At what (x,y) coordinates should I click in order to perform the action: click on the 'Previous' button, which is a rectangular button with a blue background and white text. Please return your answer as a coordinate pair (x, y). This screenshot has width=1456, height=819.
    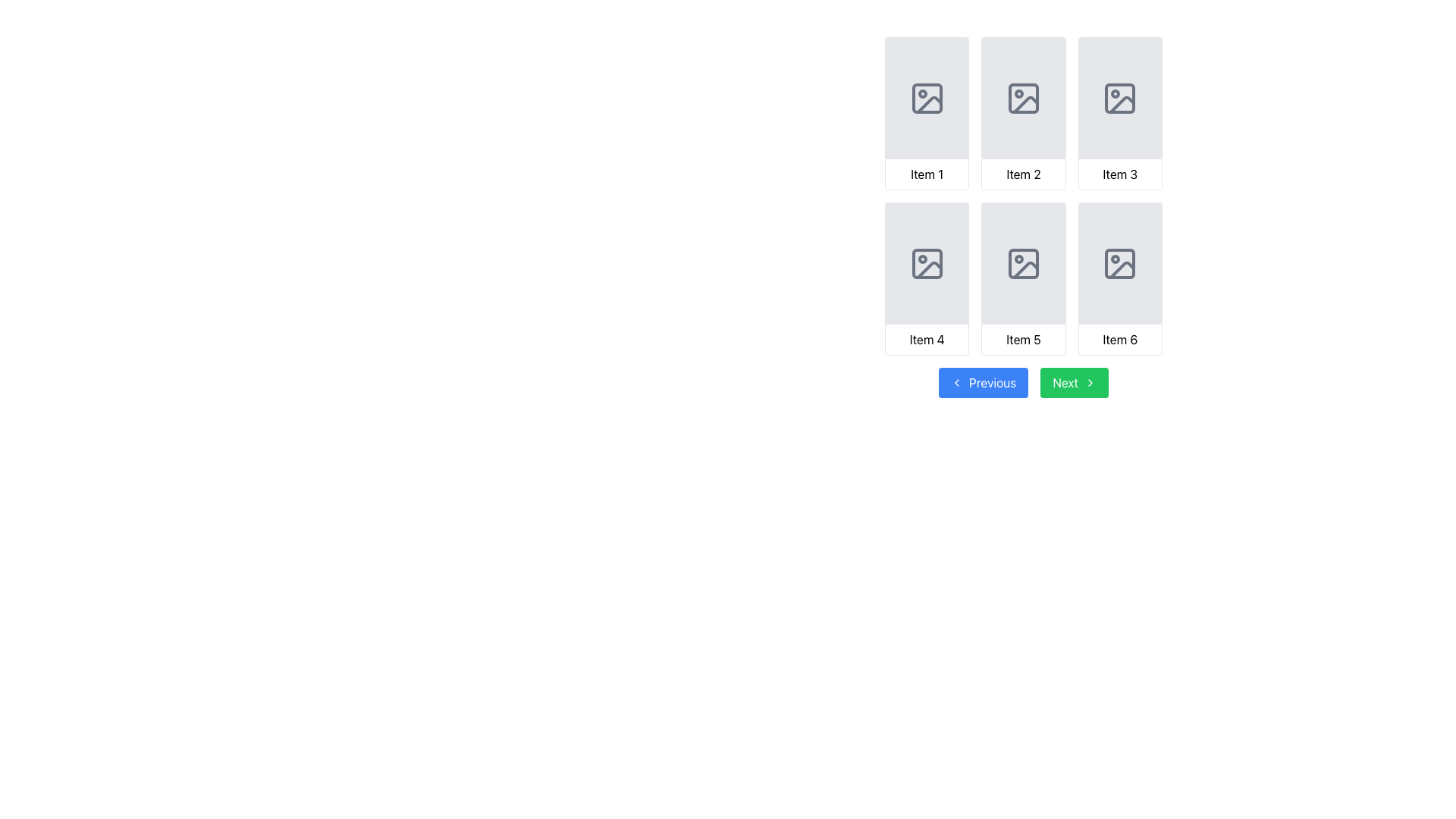
    Looking at the image, I should click on (983, 382).